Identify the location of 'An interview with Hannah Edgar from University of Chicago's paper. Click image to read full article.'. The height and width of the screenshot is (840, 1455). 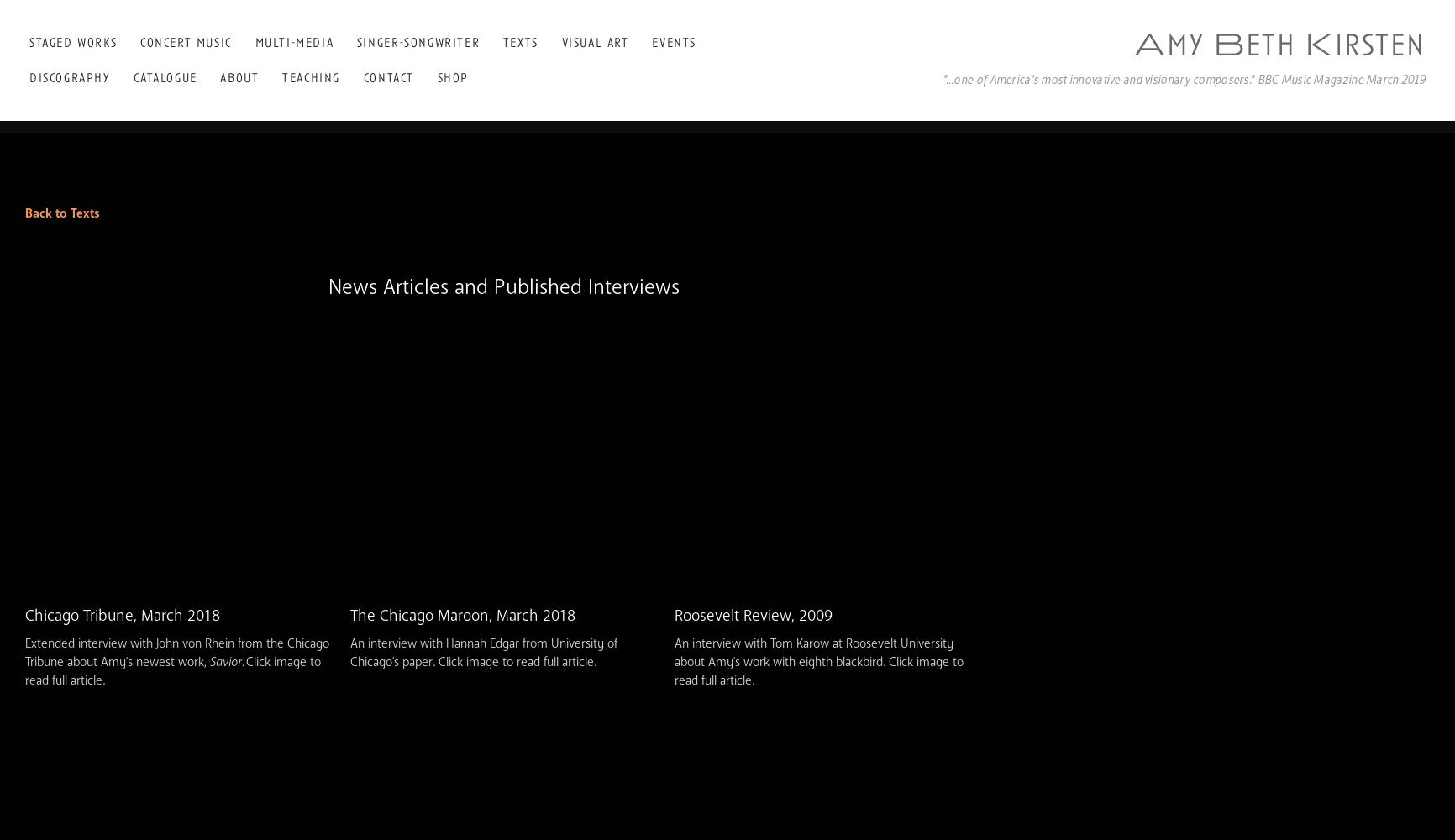
(349, 653).